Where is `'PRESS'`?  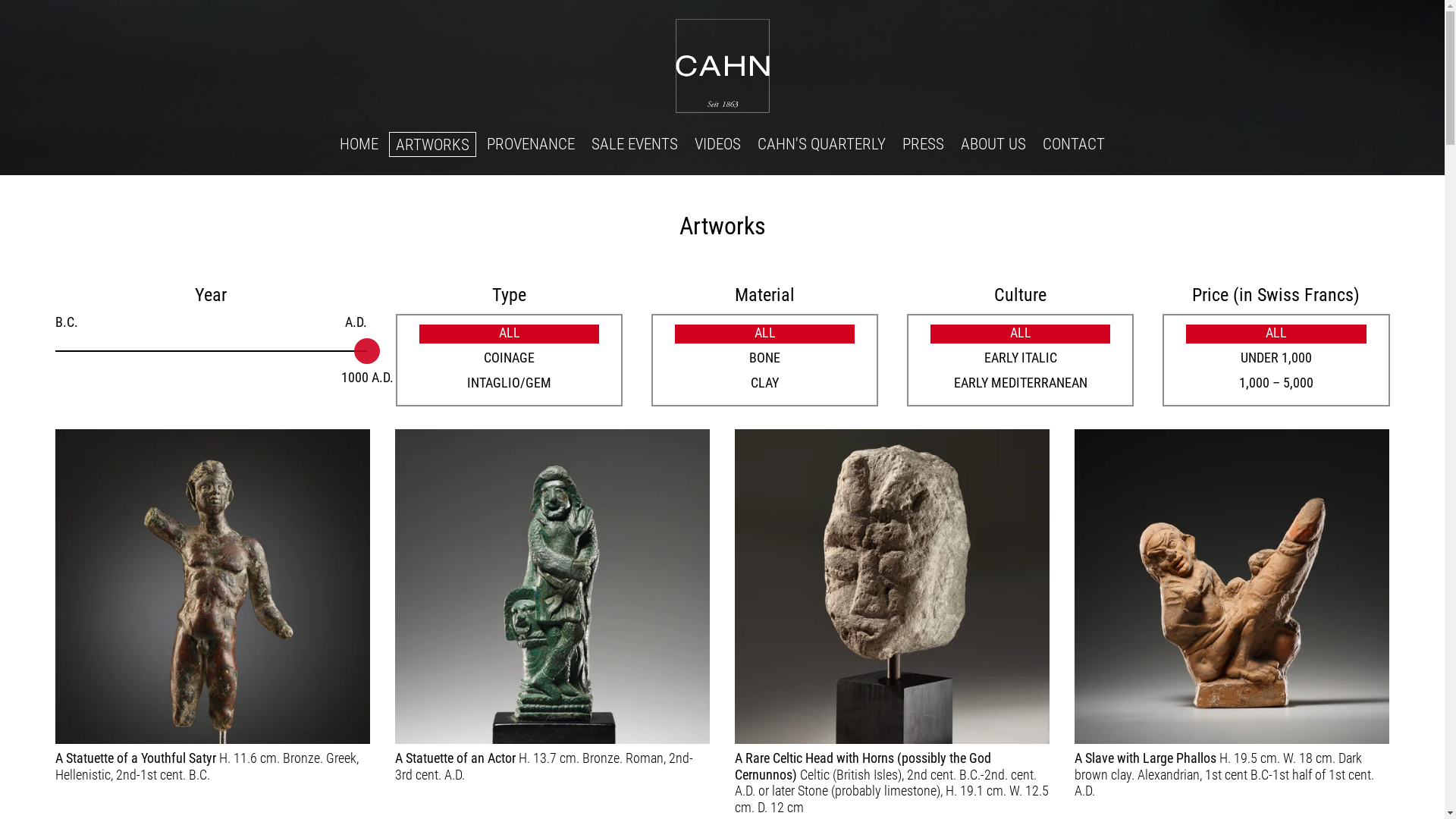
'PRESS' is located at coordinates (922, 144).